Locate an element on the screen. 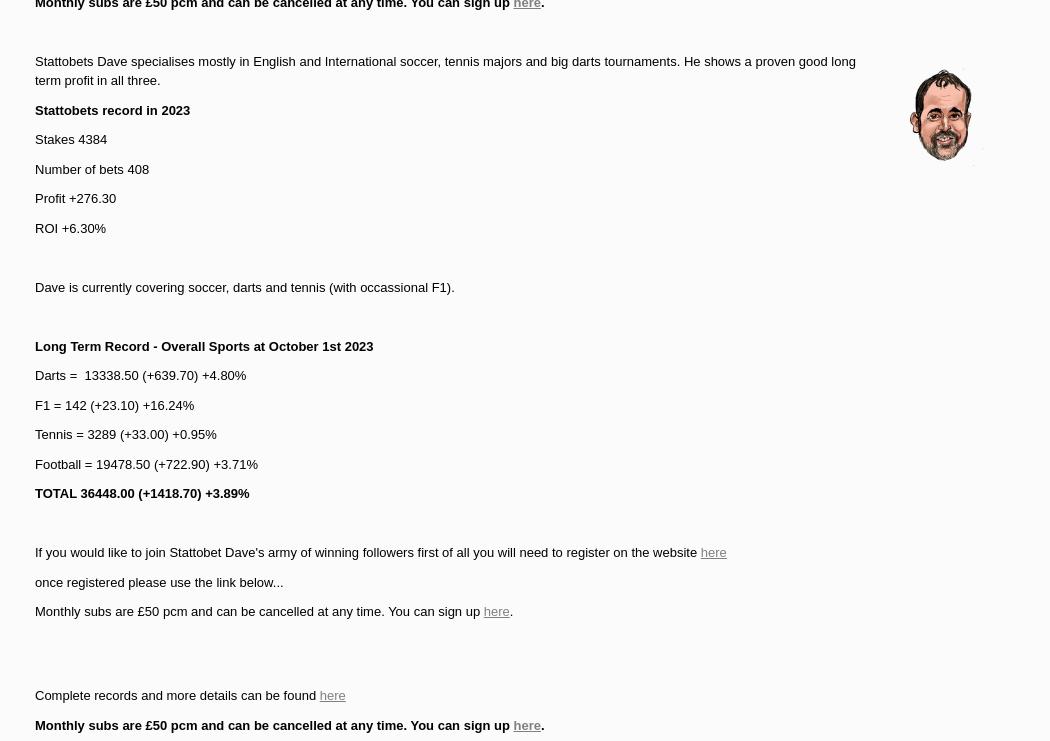  'Number of bets 408' is located at coordinates (91, 168).